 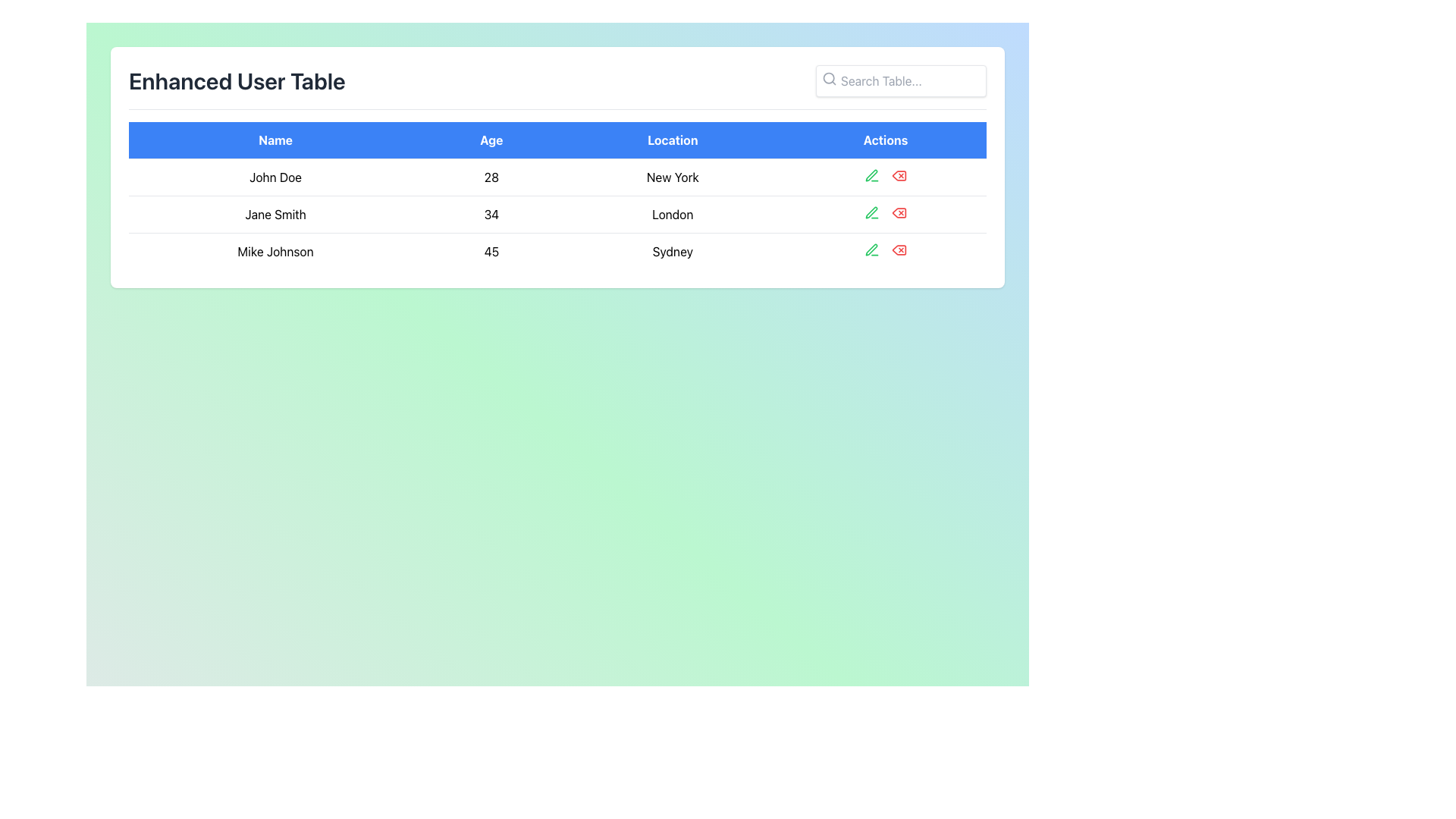 I want to click on text content of the 'New York' display in the third cell of the first row under the 'Location' column of the table, so click(x=672, y=177).